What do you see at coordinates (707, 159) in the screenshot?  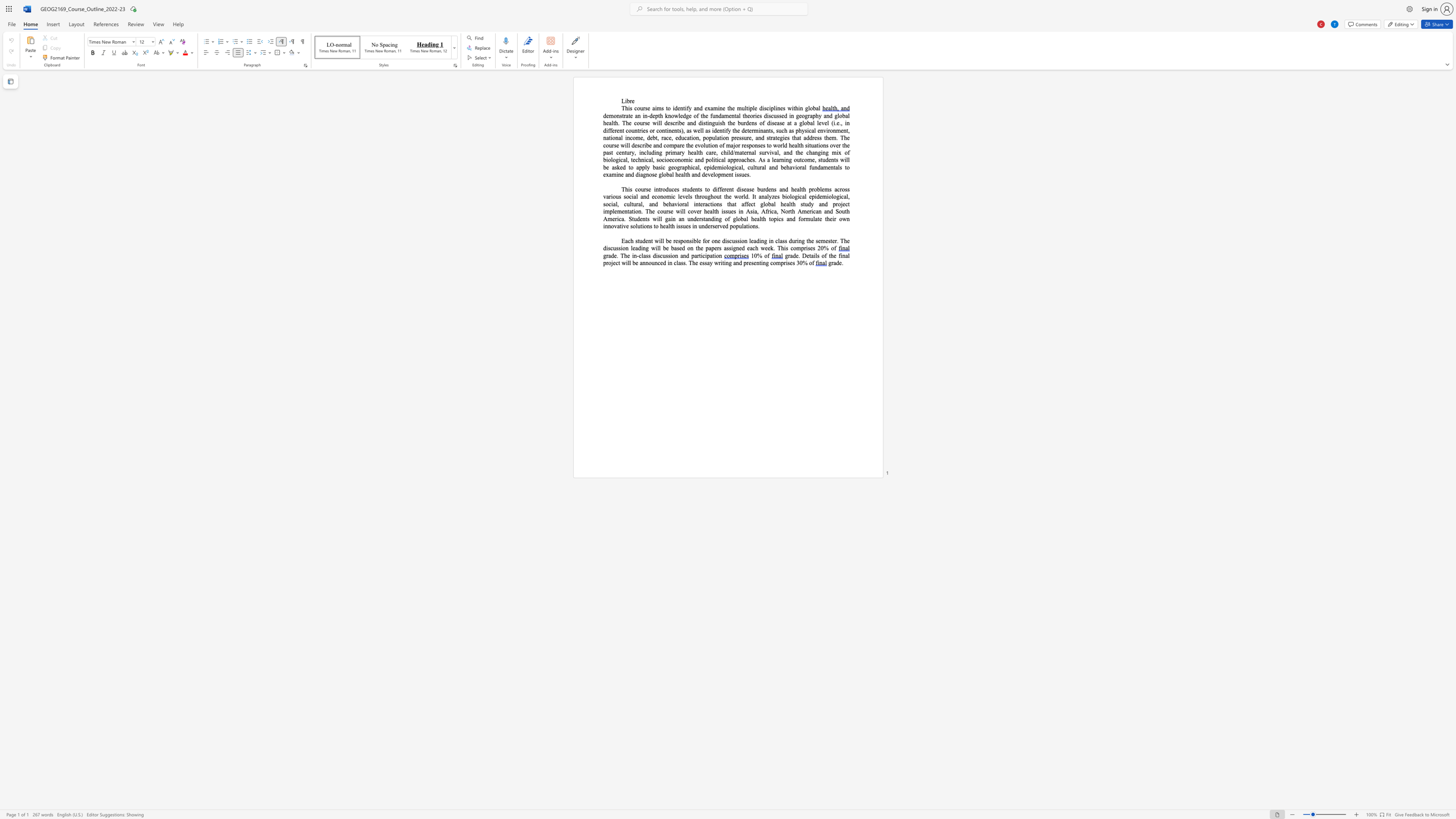 I see `the 1th character "p" in the text` at bounding box center [707, 159].